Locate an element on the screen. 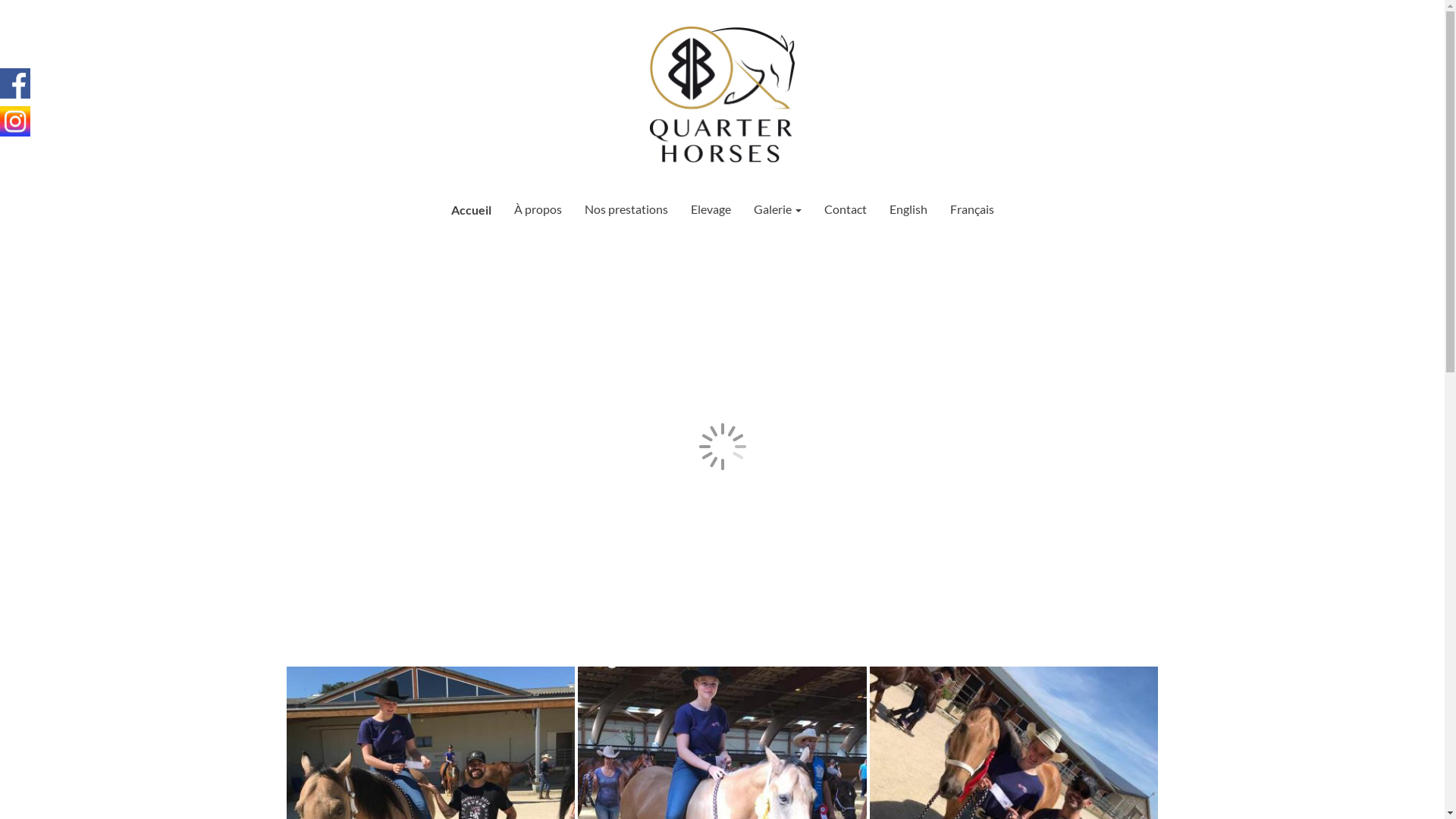 Image resolution: width=1456 pixels, height=819 pixels. 'Elevage' is located at coordinates (679, 209).